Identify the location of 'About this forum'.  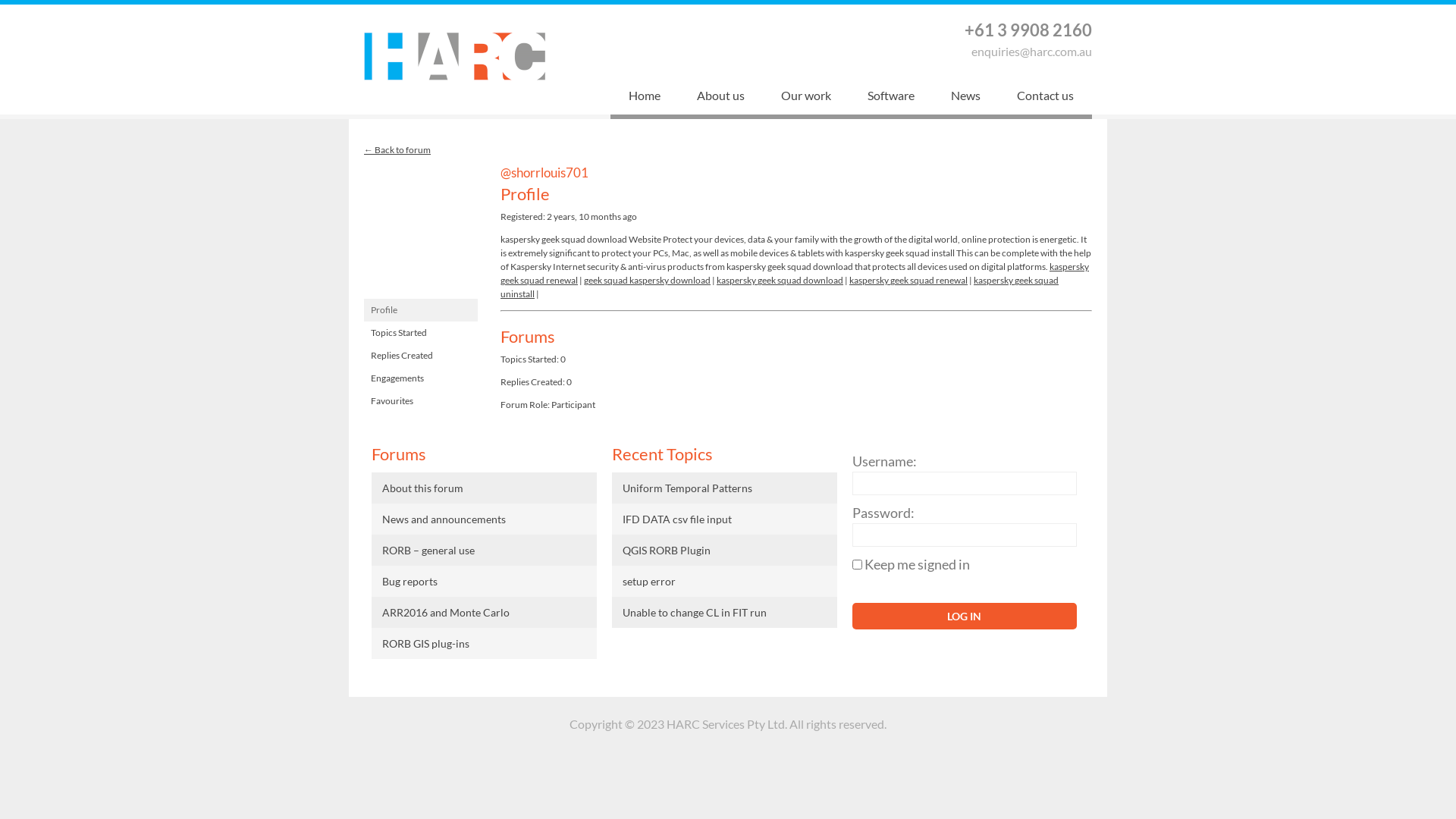
(483, 488).